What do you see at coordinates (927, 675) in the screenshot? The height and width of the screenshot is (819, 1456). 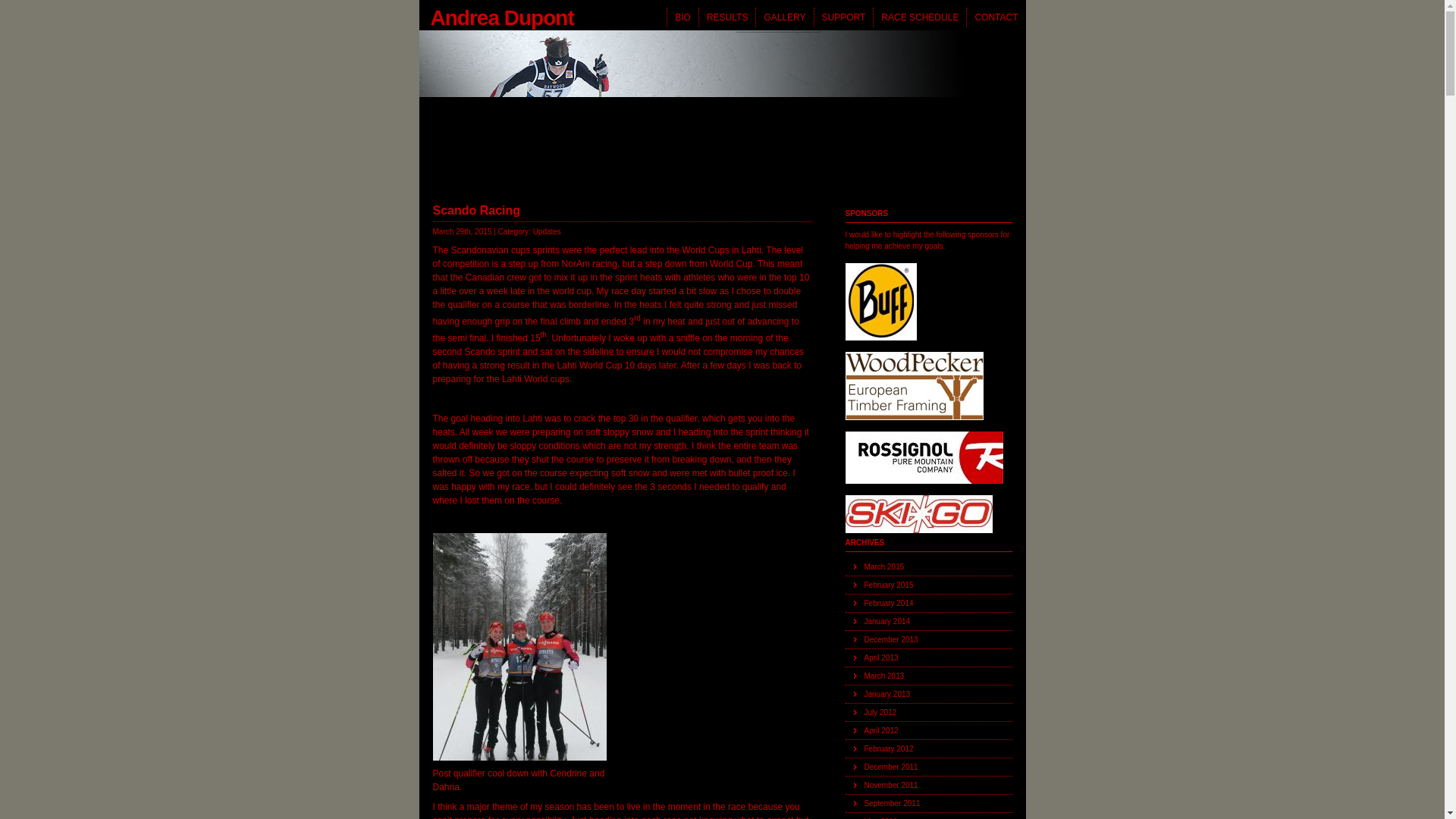 I see `'March 2013'` at bounding box center [927, 675].